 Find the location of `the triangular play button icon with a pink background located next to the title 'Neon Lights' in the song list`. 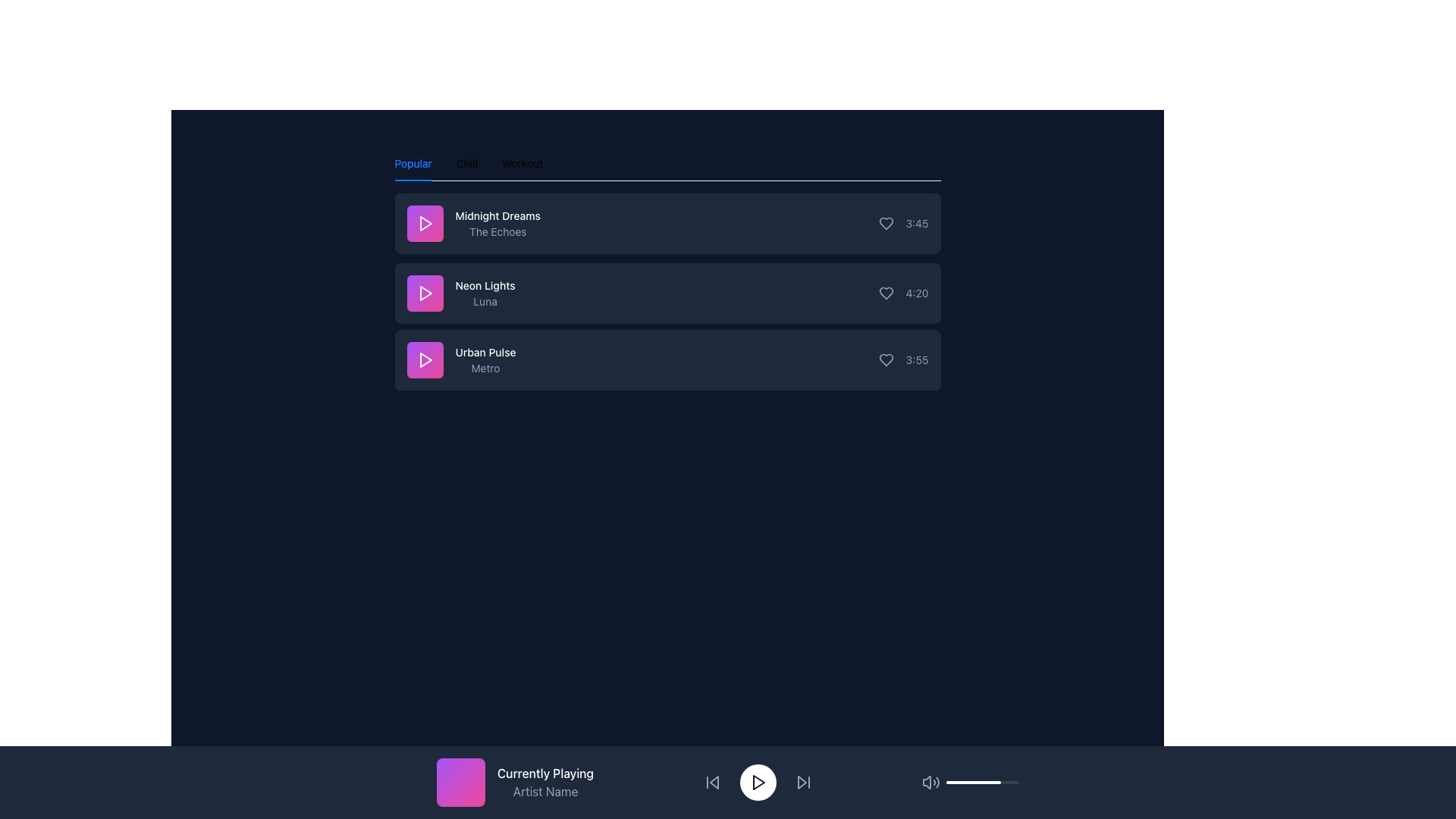

the triangular play button icon with a pink background located next to the title 'Neon Lights' in the song list is located at coordinates (425, 293).